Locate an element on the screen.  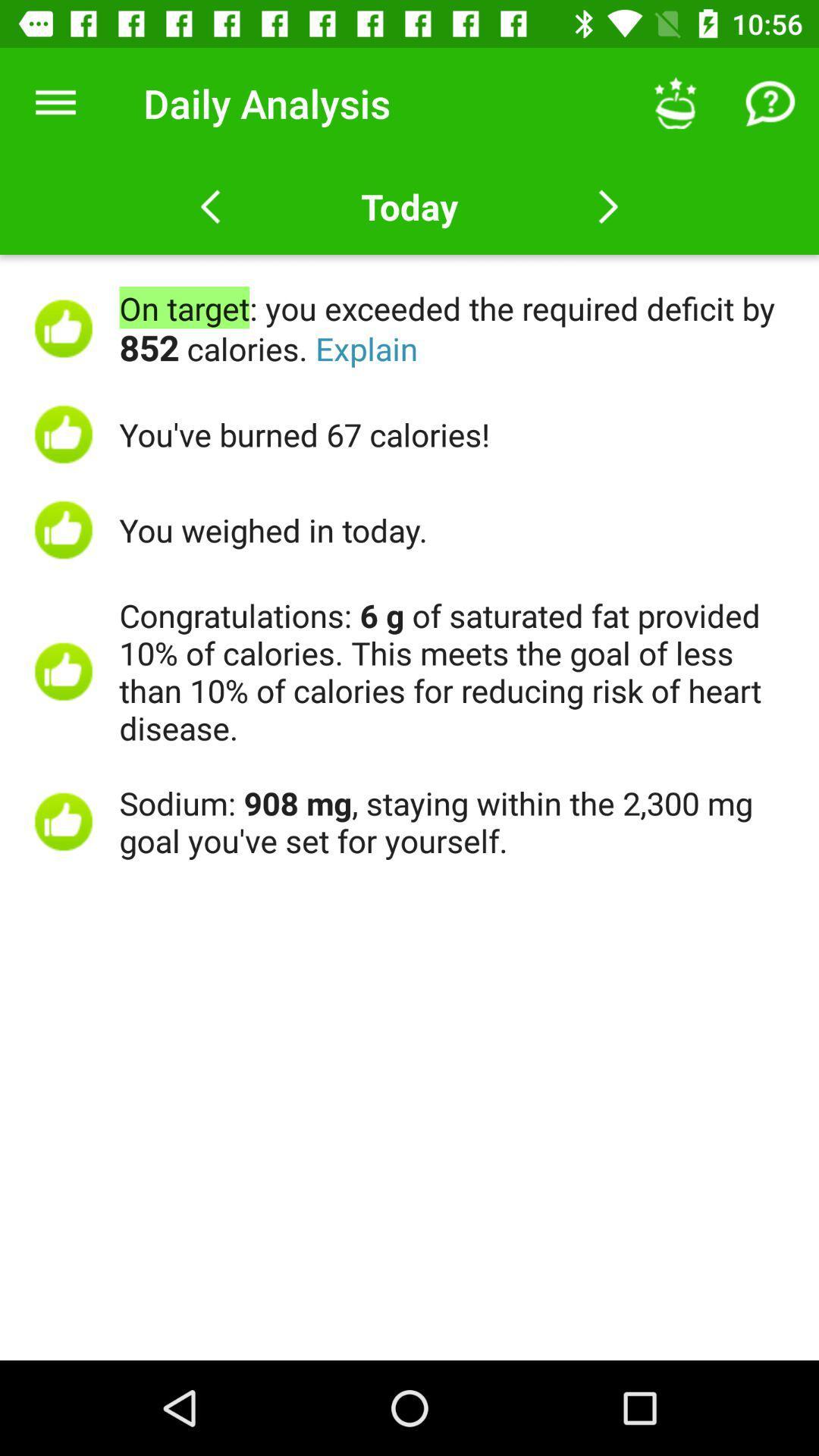
back button is located at coordinates (210, 206).